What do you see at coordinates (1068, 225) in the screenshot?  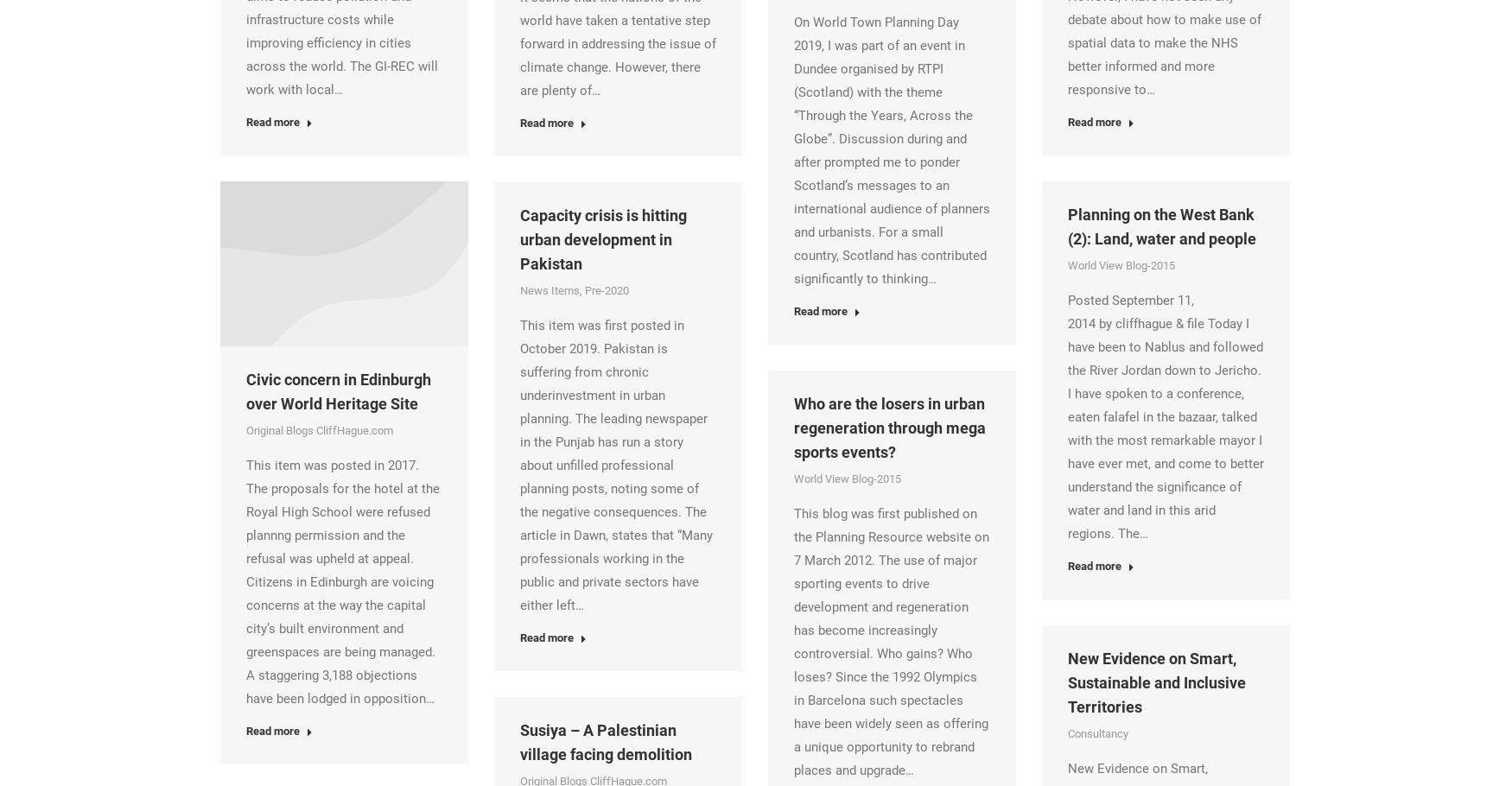 I see `'Planning on the West Bank (2): Land, water and people'` at bounding box center [1068, 225].